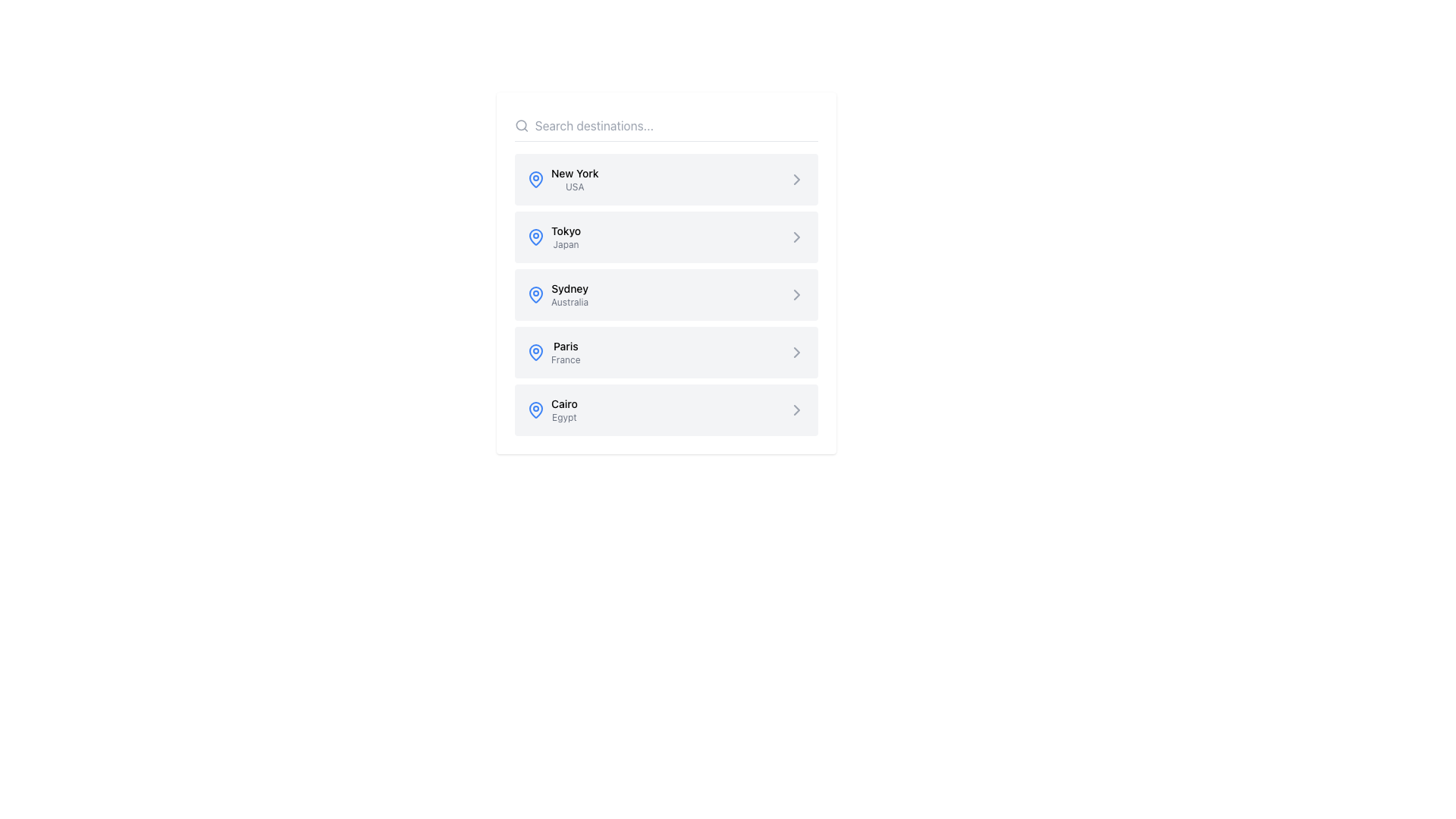  What do you see at coordinates (565, 346) in the screenshot?
I see `the text label displaying 'Paris', which is styled with a smaller font size and medium weight, located in the third list item of a vertical list of destination options` at bounding box center [565, 346].